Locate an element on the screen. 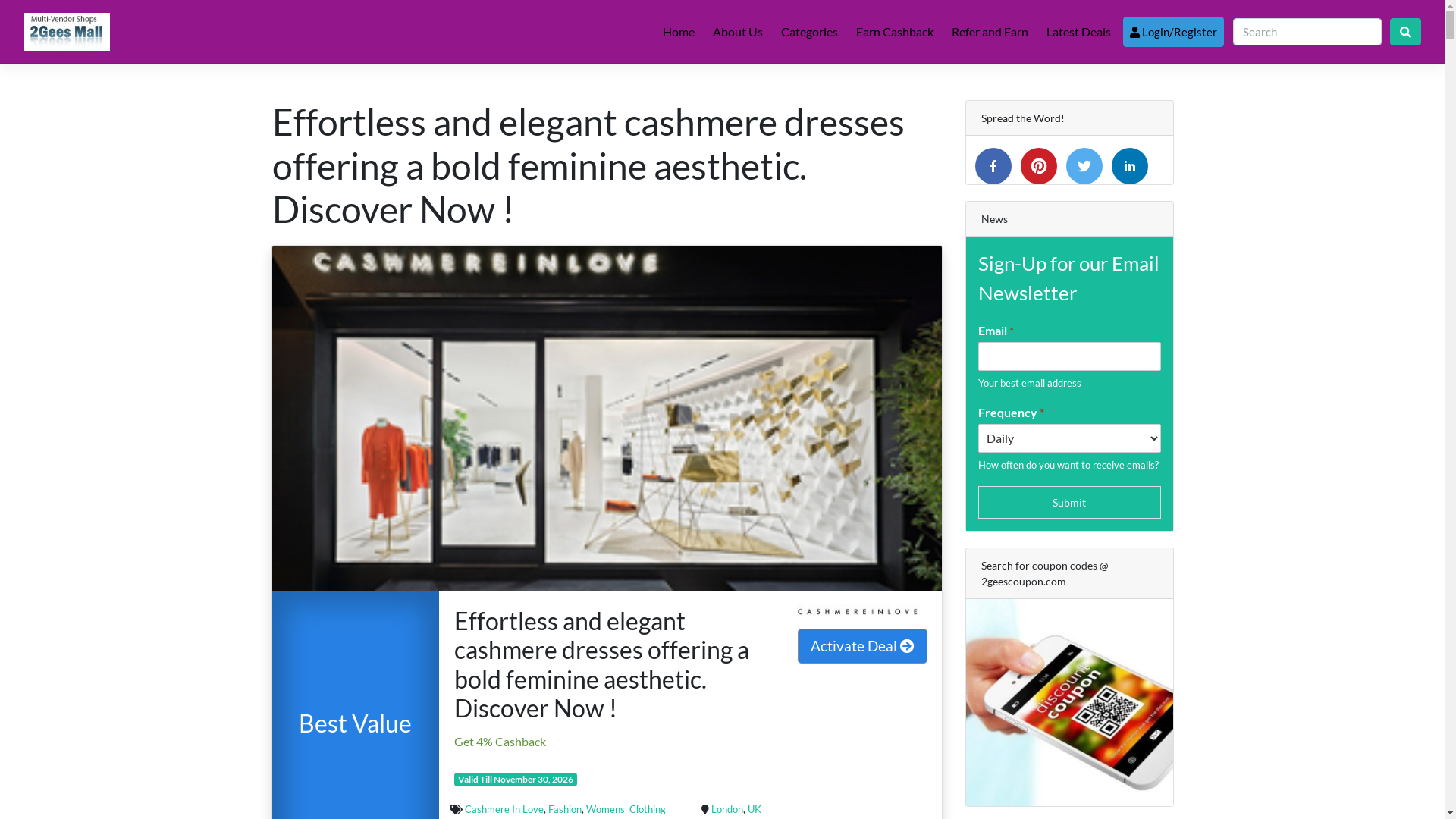 The height and width of the screenshot is (819, 1456). 'Home' is located at coordinates (677, 32).